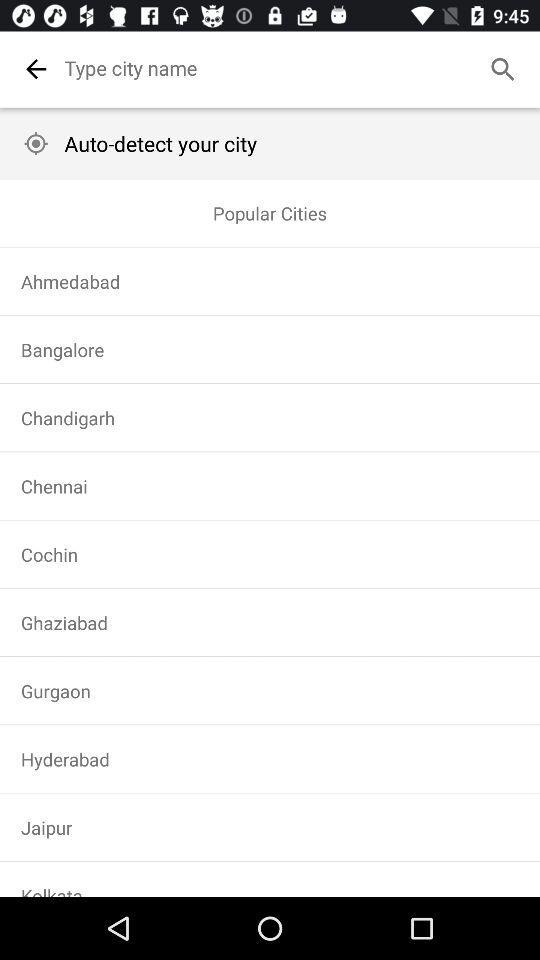 Image resolution: width=540 pixels, height=960 pixels. I want to click on return to the previous screen, so click(36, 69).